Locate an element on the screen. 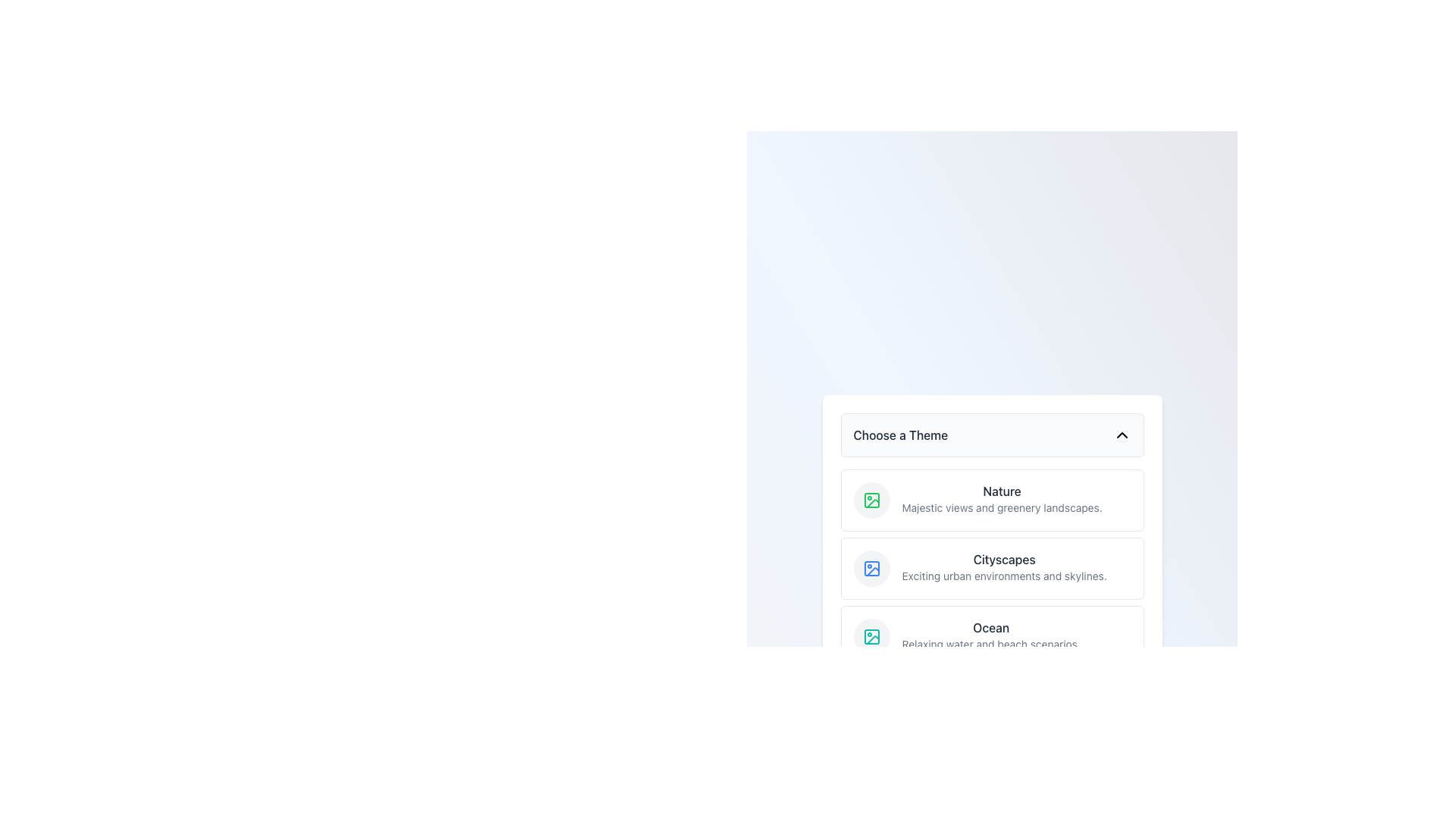 This screenshot has width=1456, height=819. the List Item titled 'Ocean' with a teal image icon is located at coordinates (966, 637).